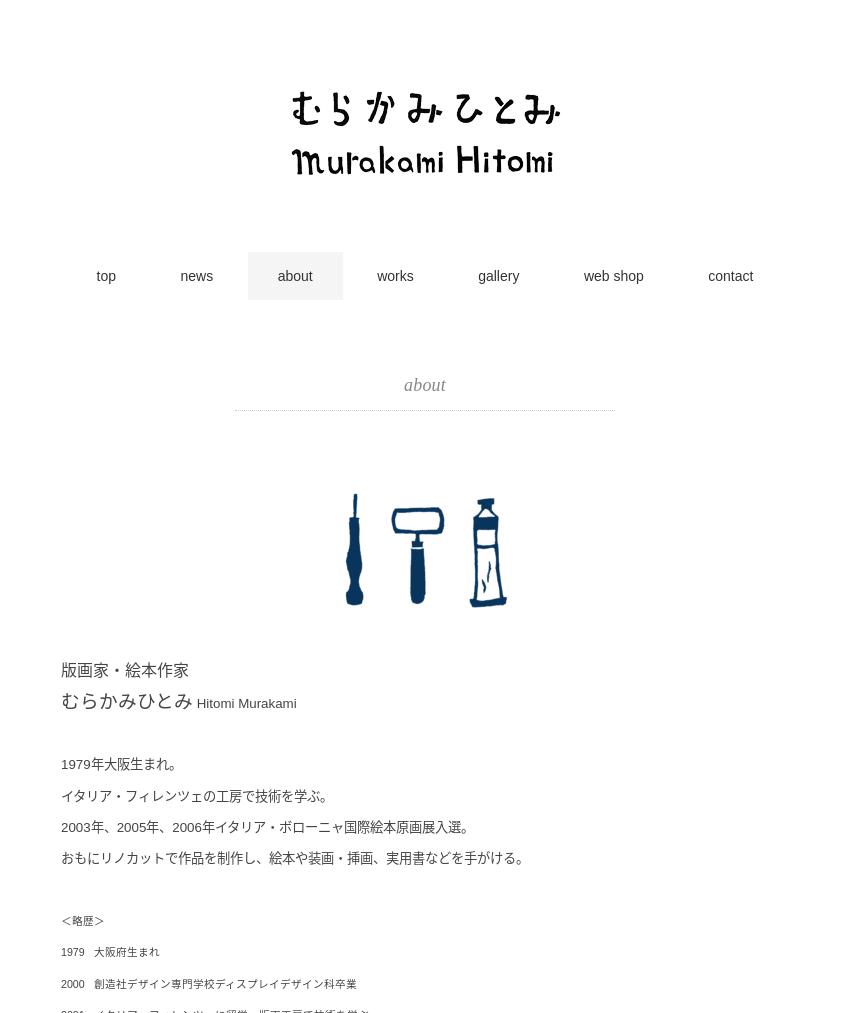 The image size is (850, 1013). What do you see at coordinates (207, 983) in the screenshot?
I see `'2000   創造社デザイン専門学校ディスプレイデザイン科卒業'` at bounding box center [207, 983].